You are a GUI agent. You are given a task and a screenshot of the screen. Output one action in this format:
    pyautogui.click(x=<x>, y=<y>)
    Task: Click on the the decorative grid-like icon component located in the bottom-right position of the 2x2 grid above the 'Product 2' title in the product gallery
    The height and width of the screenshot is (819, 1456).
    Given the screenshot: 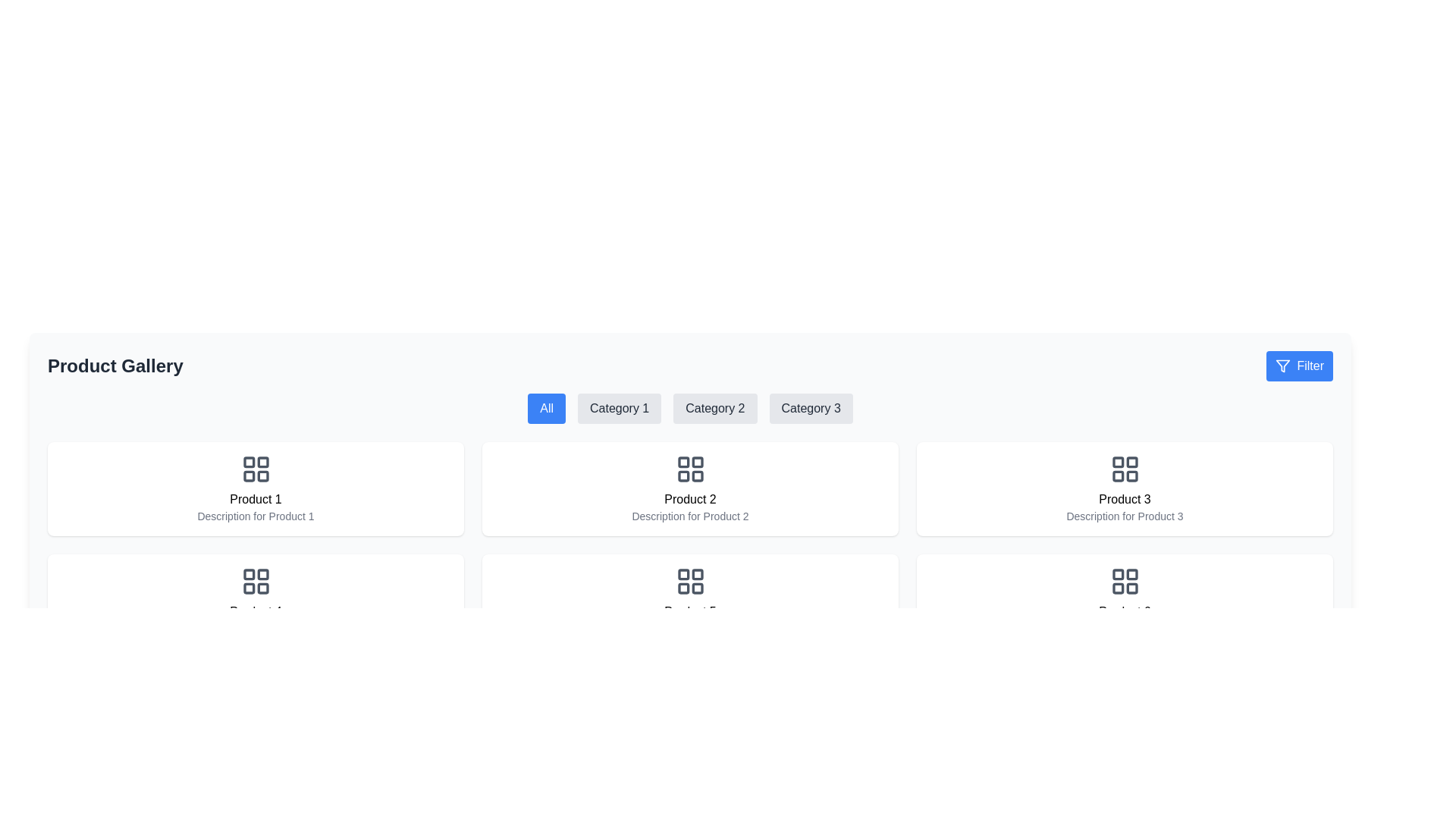 What is the action you would take?
    pyautogui.click(x=262, y=588)
    